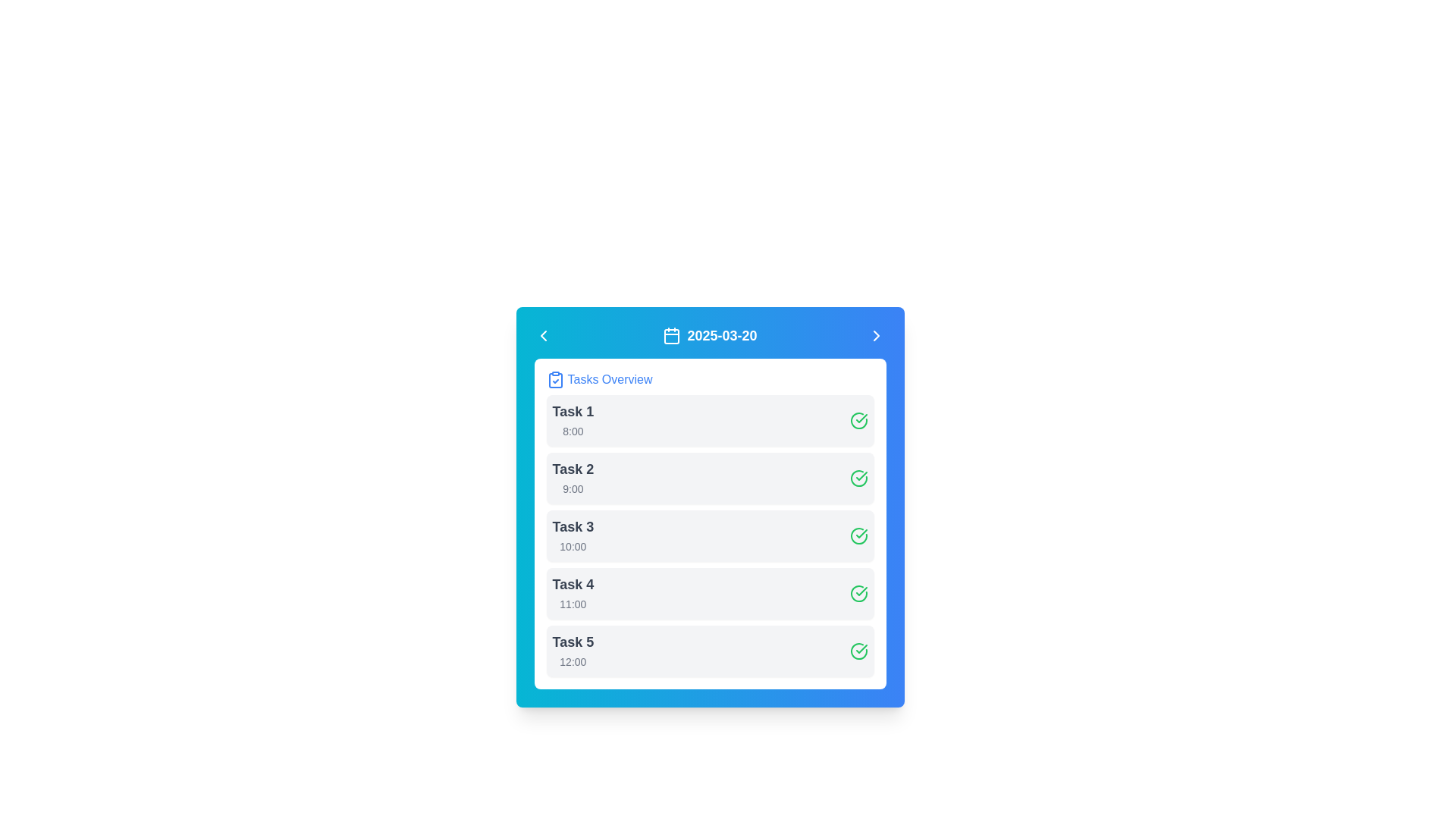 The width and height of the screenshot is (1456, 819). I want to click on the text label for 'Task 3' scheduled for '10:00', which is the third item in a vertically arranged list, so click(572, 535).